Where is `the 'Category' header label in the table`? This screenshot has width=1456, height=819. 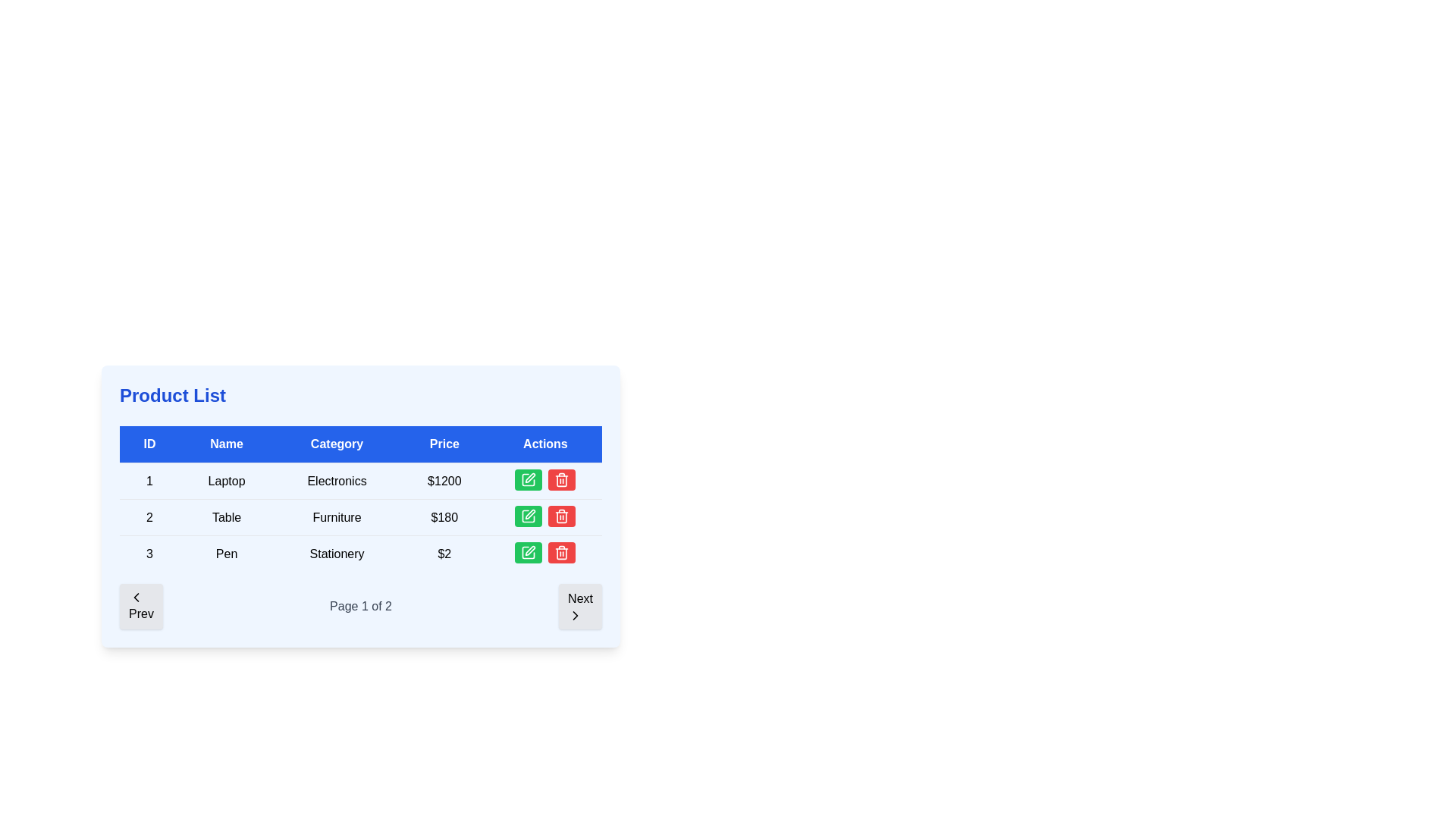
the 'Category' header label in the table is located at coordinates (336, 444).